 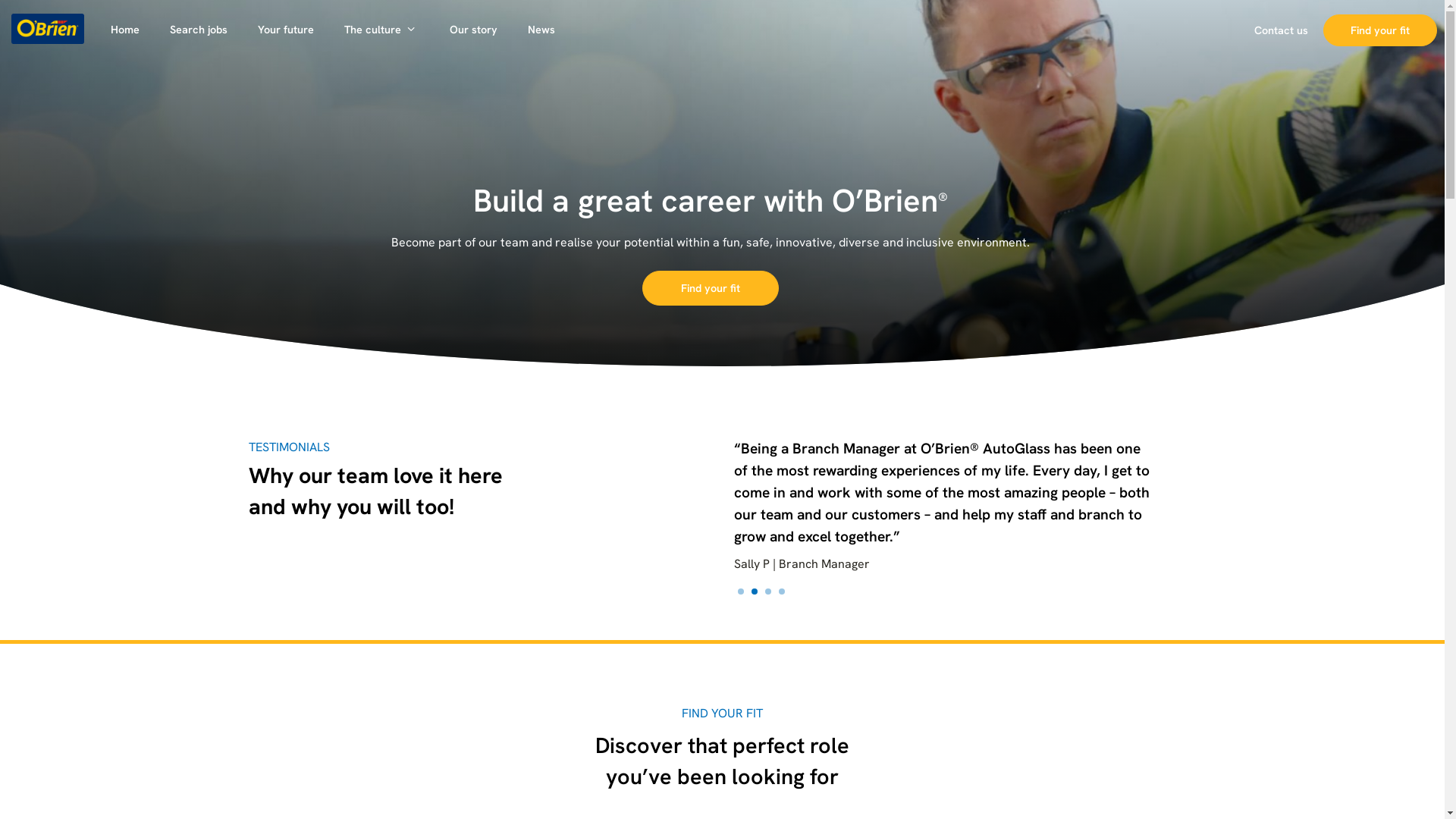 I want to click on '4', so click(x=781, y=590).